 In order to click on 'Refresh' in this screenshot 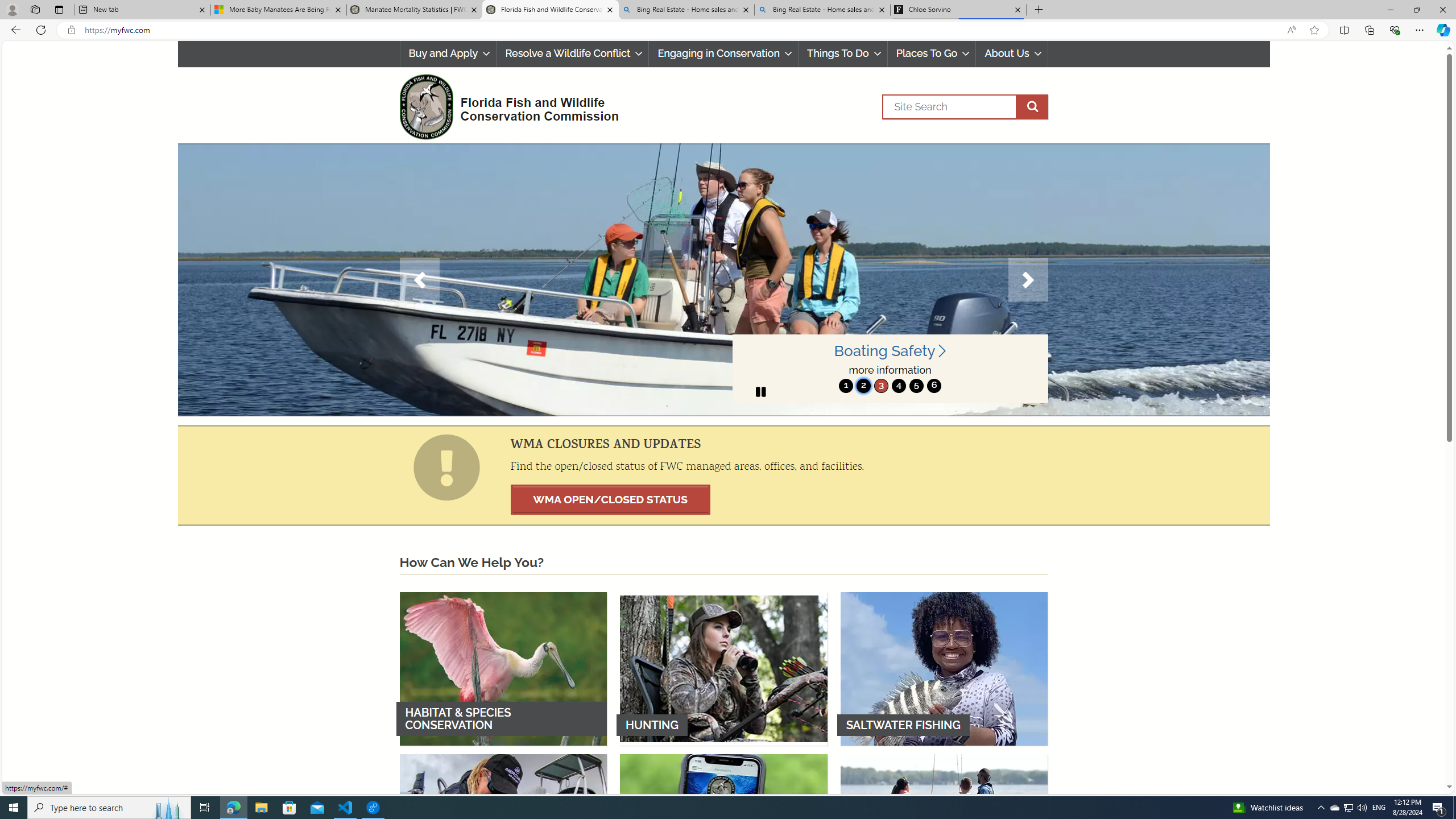, I will do `click(40, 29)`.